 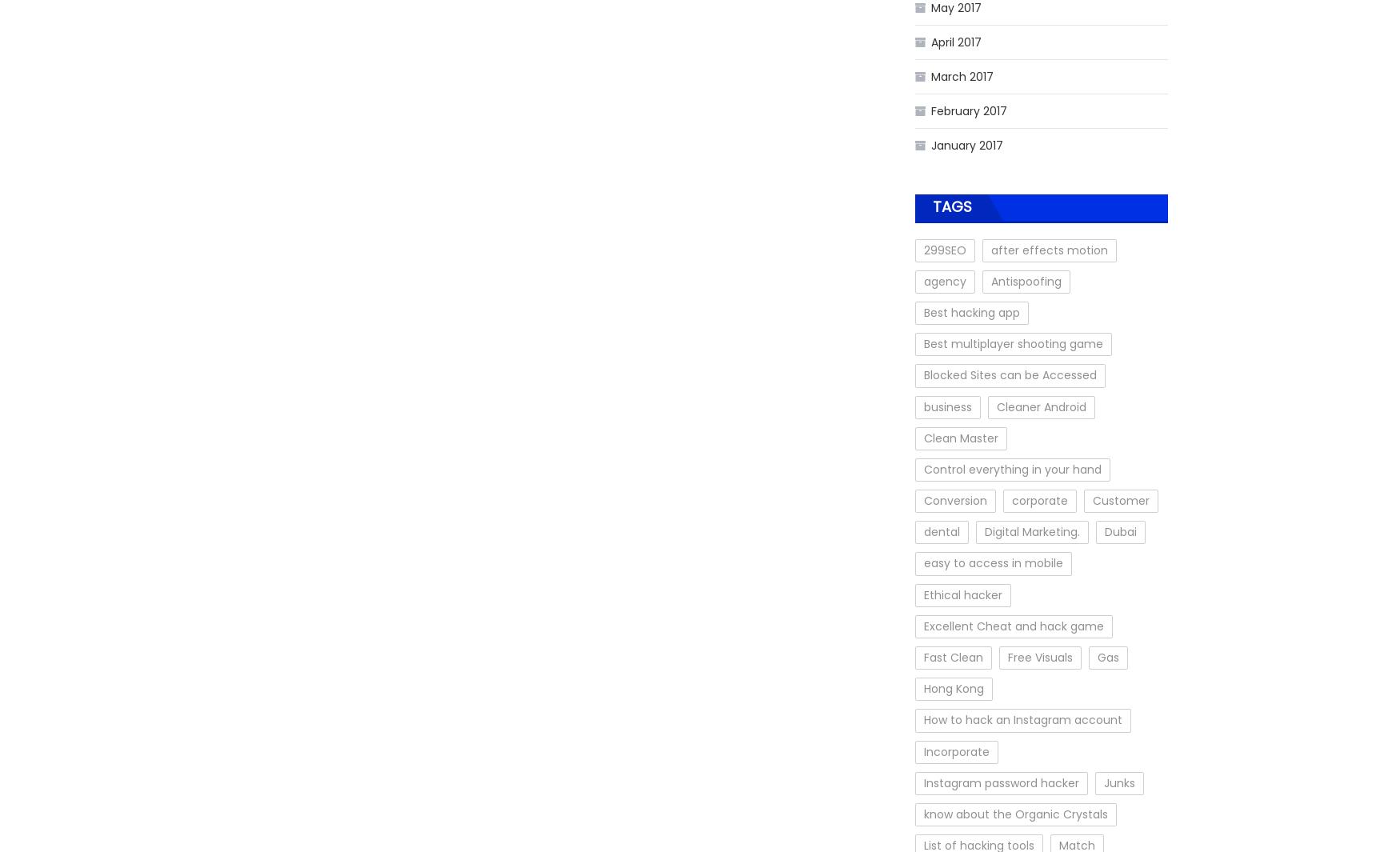 What do you see at coordinates (962, 75) in the screenshot?
I see `'March 2017'` at bounding box center [962, 75].